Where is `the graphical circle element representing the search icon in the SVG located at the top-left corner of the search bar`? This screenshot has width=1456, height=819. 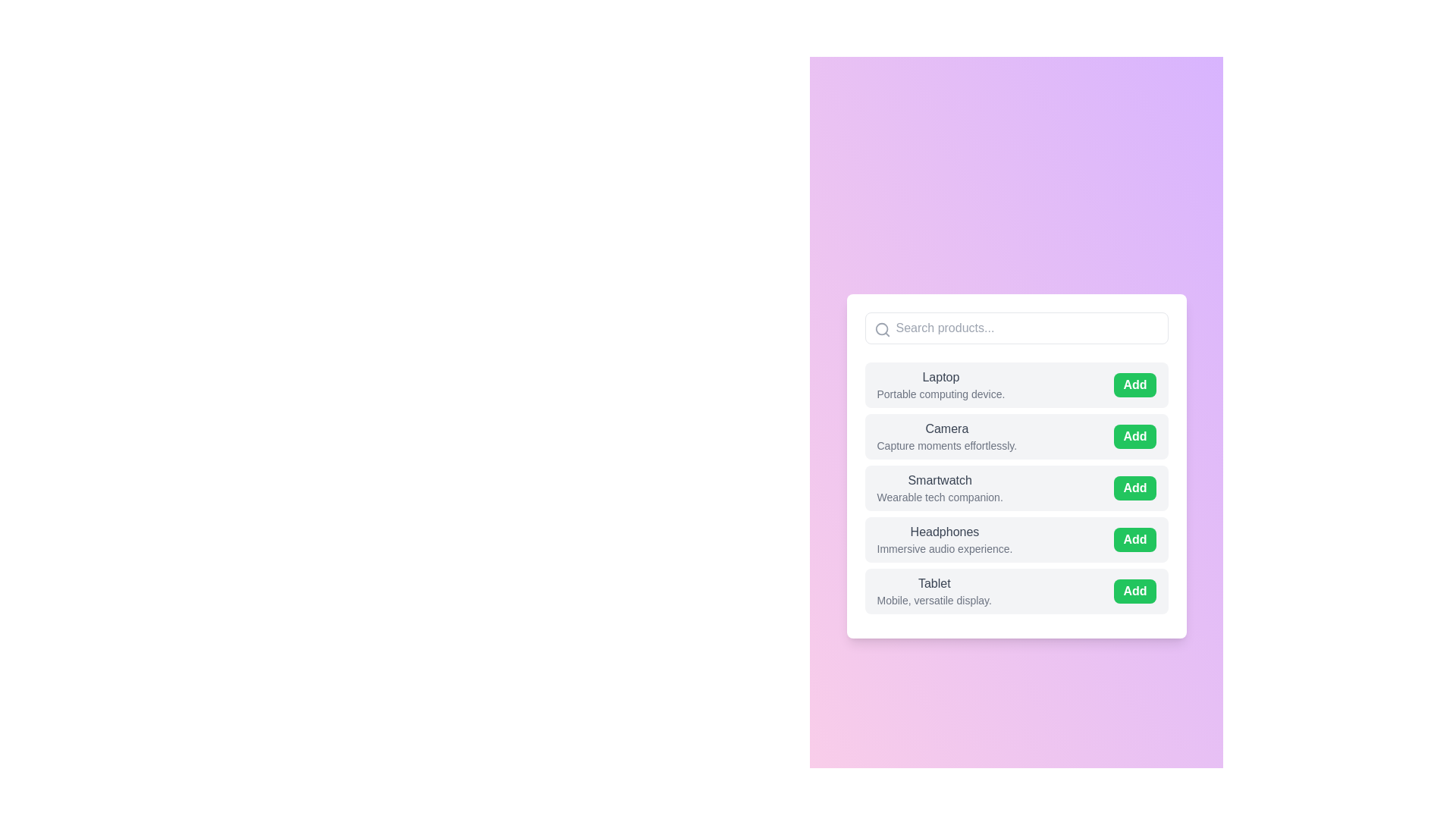
the graphical circle element representing the search icon in the SVG located at the top-left corner of the search bar is located at coordinates (881, 328).